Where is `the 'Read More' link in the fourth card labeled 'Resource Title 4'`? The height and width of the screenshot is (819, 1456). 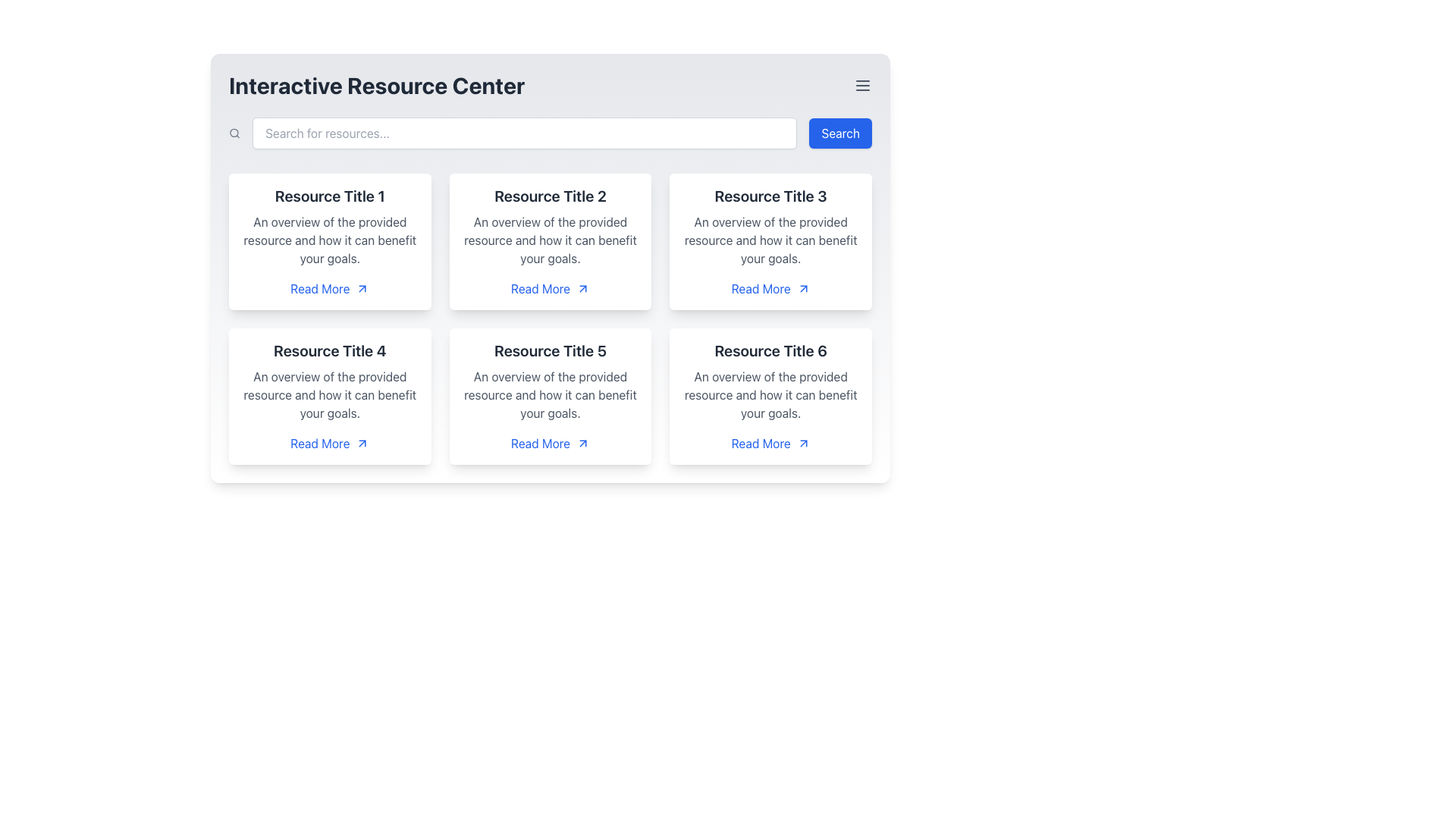
the 'Read More' link in the fourth card labeled 'Resource Title 4' is located at coordinates (362, 444).